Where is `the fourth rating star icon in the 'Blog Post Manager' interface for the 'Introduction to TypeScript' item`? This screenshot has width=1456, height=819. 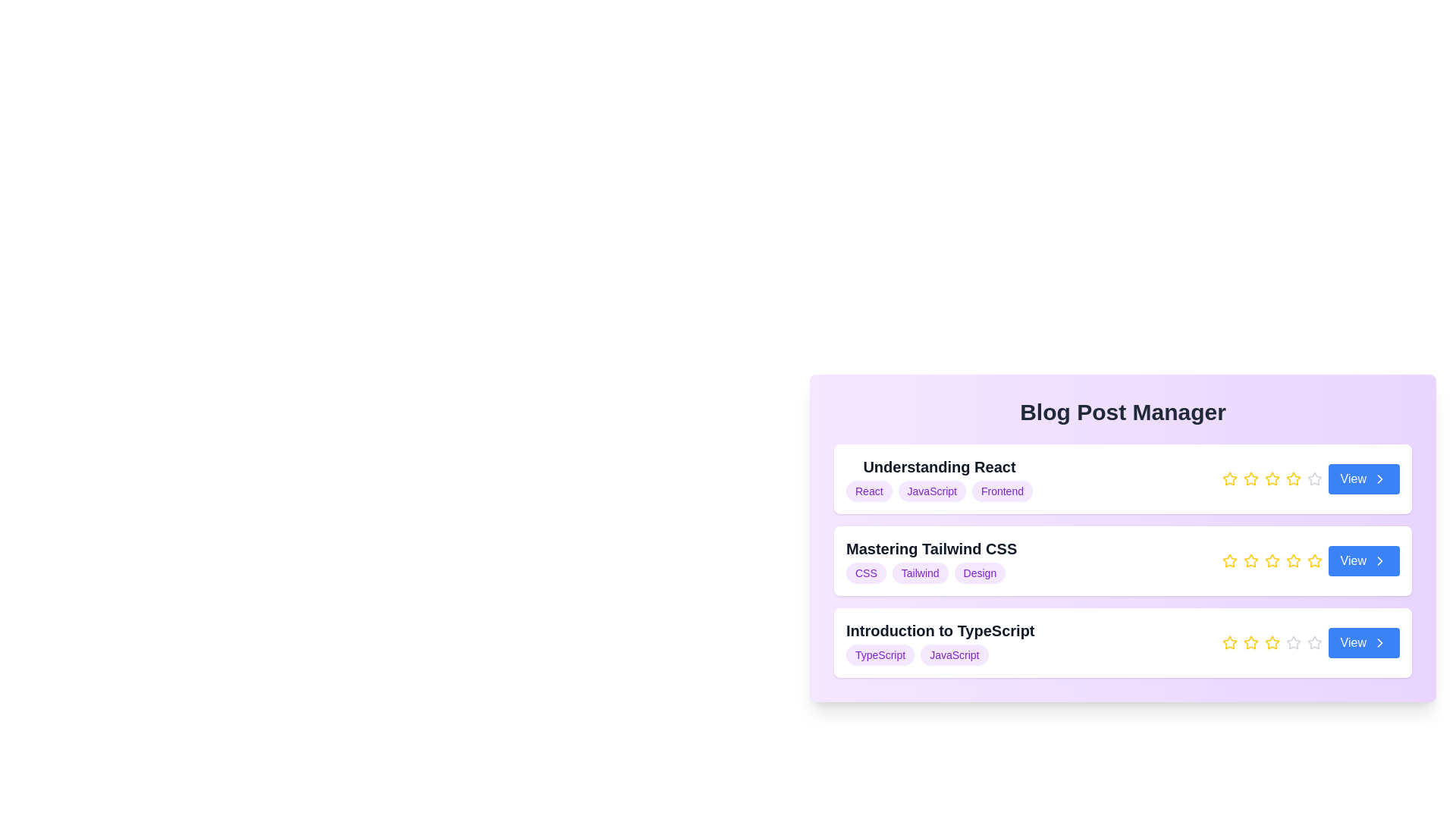
the fourth rating star icon in the 'Blog Post Manager' interface for the 'Introduction to TypeScript' item is located at coordinates (1272, 642).